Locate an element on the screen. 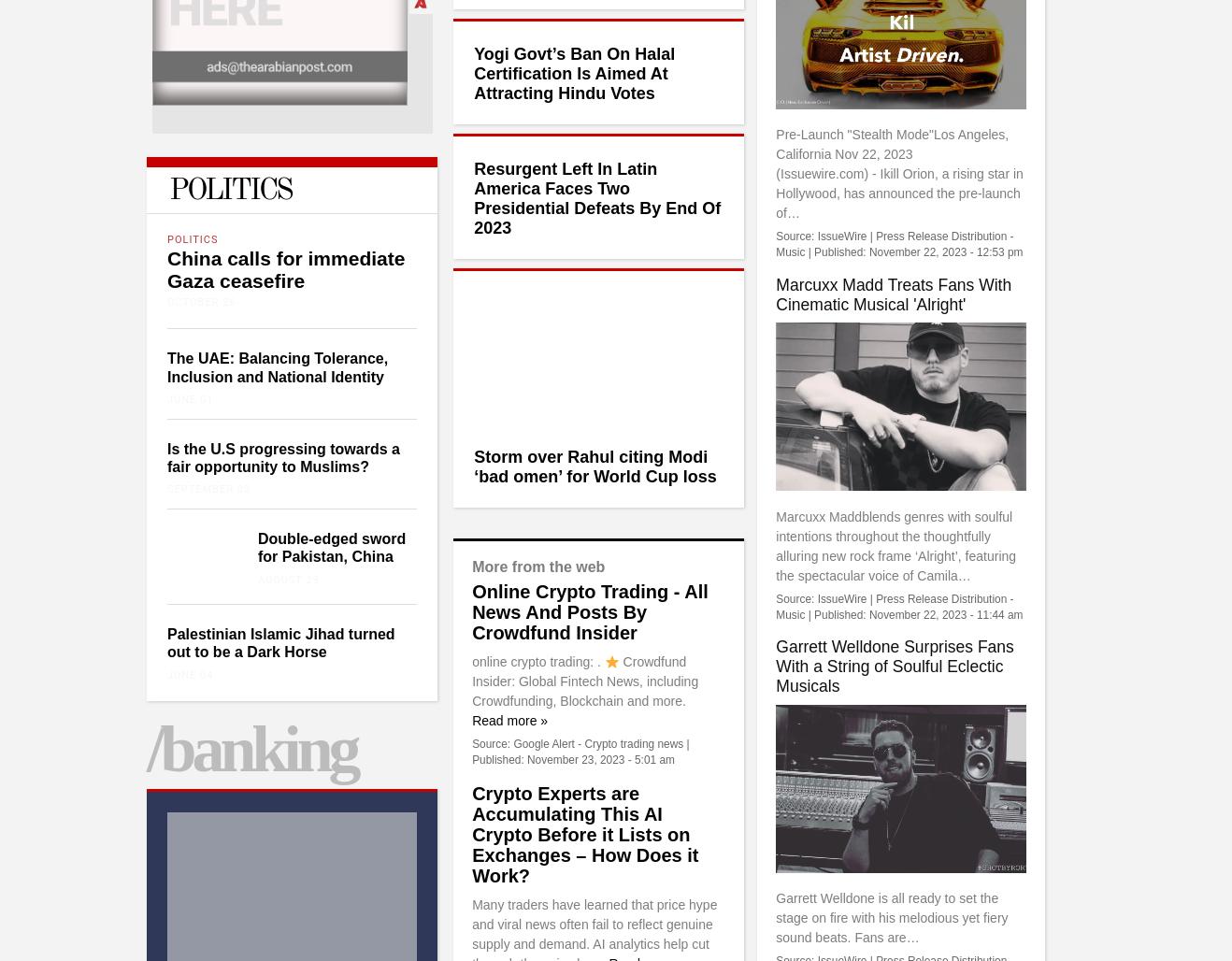 This screenshot has width=1232, height=961. 'Garrett Welldone Surprises Fans With a String of Soulful Eclectic Musicals' is located at coordinates (774, 666).